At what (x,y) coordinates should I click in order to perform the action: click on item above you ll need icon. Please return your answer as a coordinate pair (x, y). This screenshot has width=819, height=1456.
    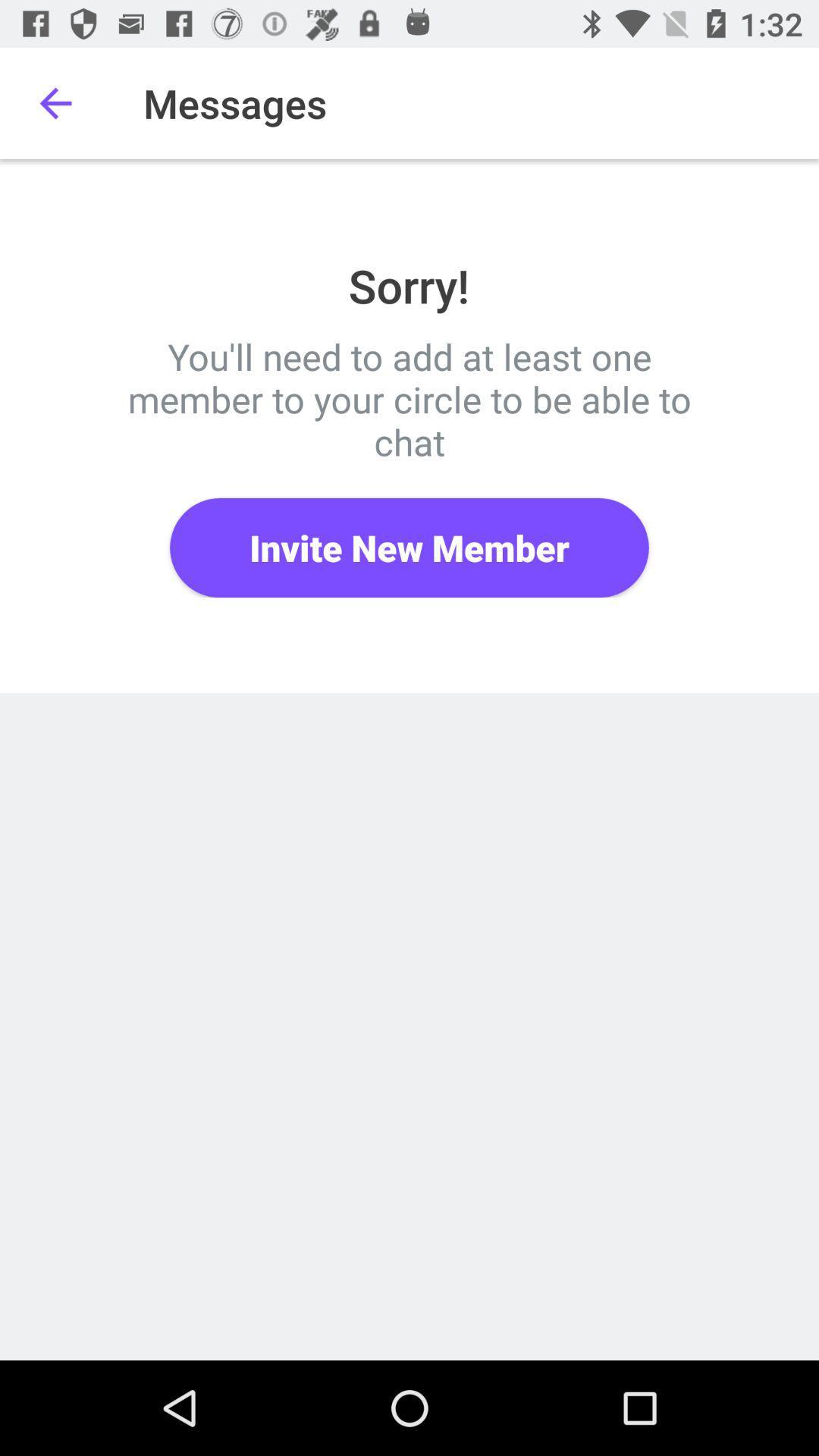
    Looking at the image, I should click on (55, 102).